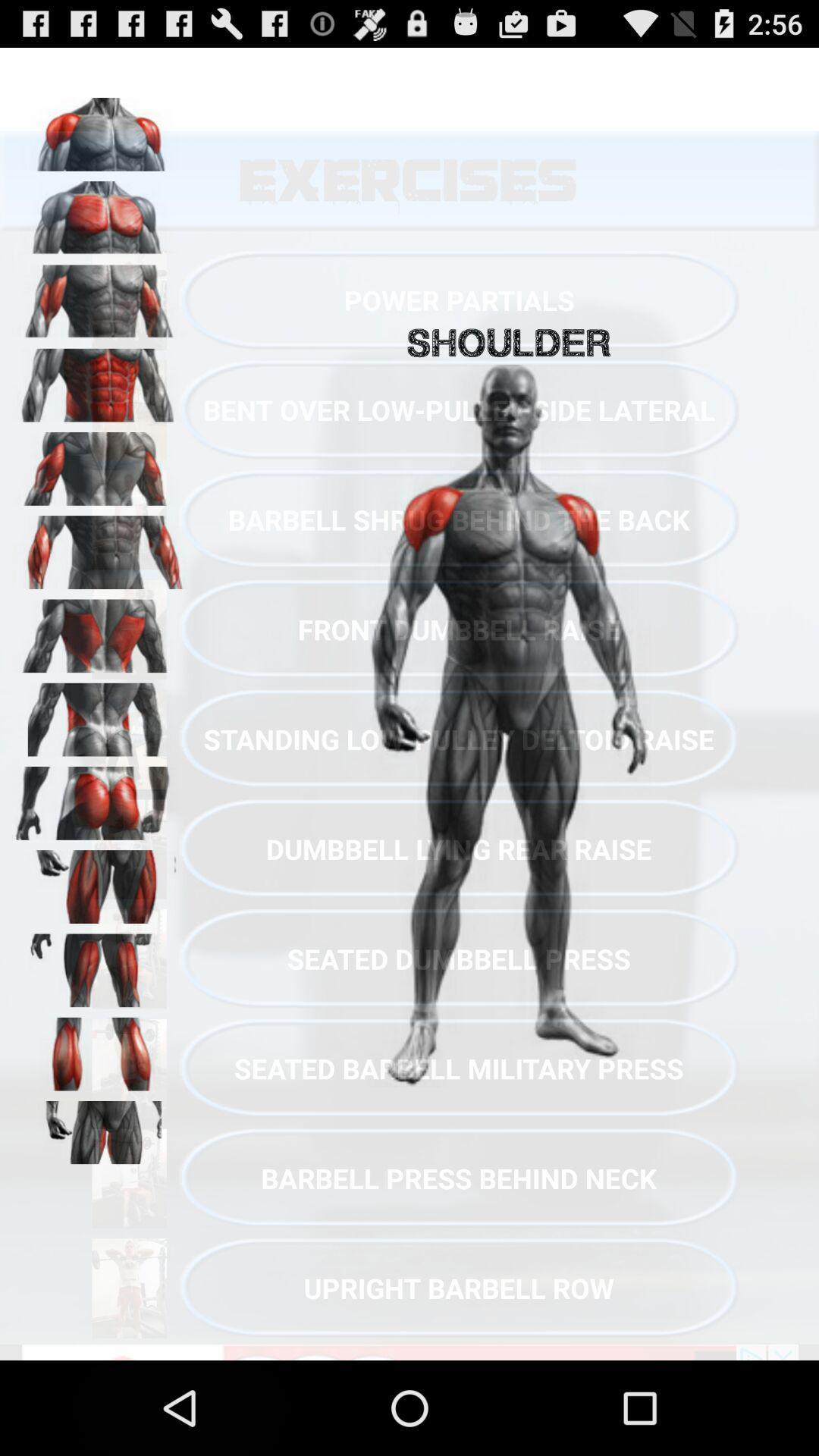 The image size is (819, 1456). I want to click on chooses the shoulder option, so click(99, 129).